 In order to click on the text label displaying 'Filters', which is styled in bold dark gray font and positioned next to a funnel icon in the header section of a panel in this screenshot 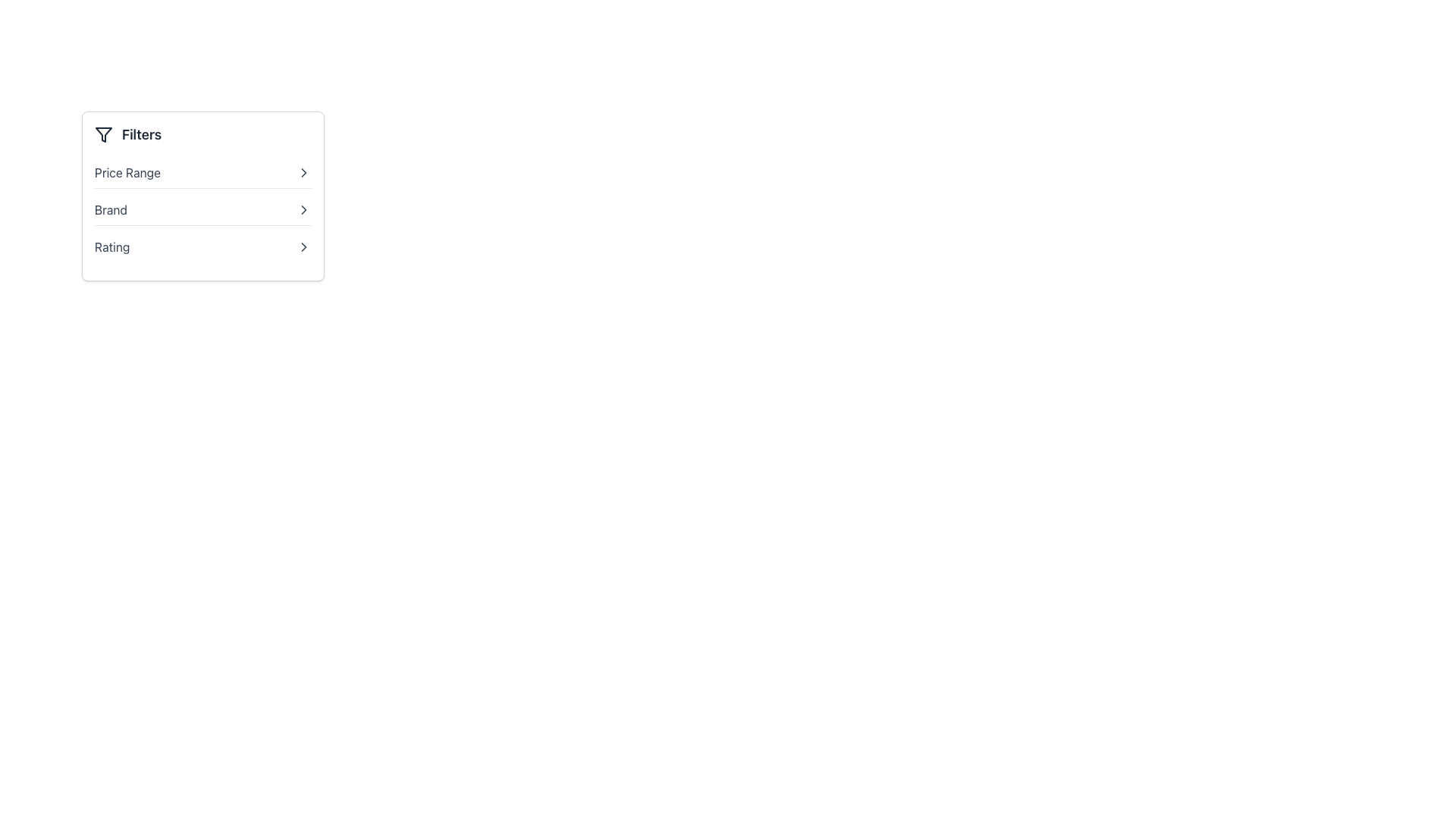, I will do `click(142, 133)`.